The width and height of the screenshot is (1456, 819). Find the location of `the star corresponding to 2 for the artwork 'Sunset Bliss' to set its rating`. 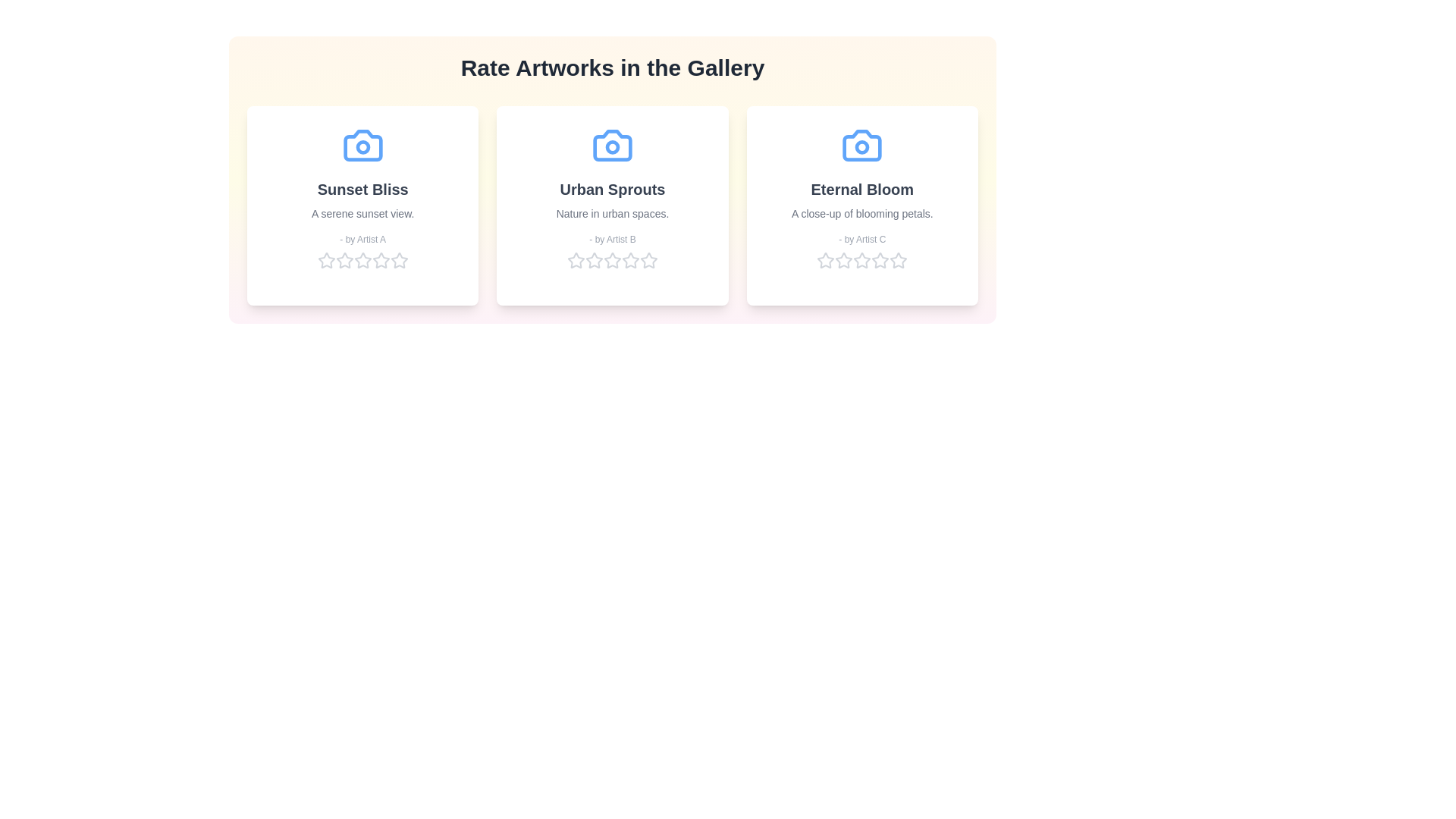

the star corresponding to 2 for the artwork 'Sunset Bliss' to set its rating is located at coordinates (344, 259).